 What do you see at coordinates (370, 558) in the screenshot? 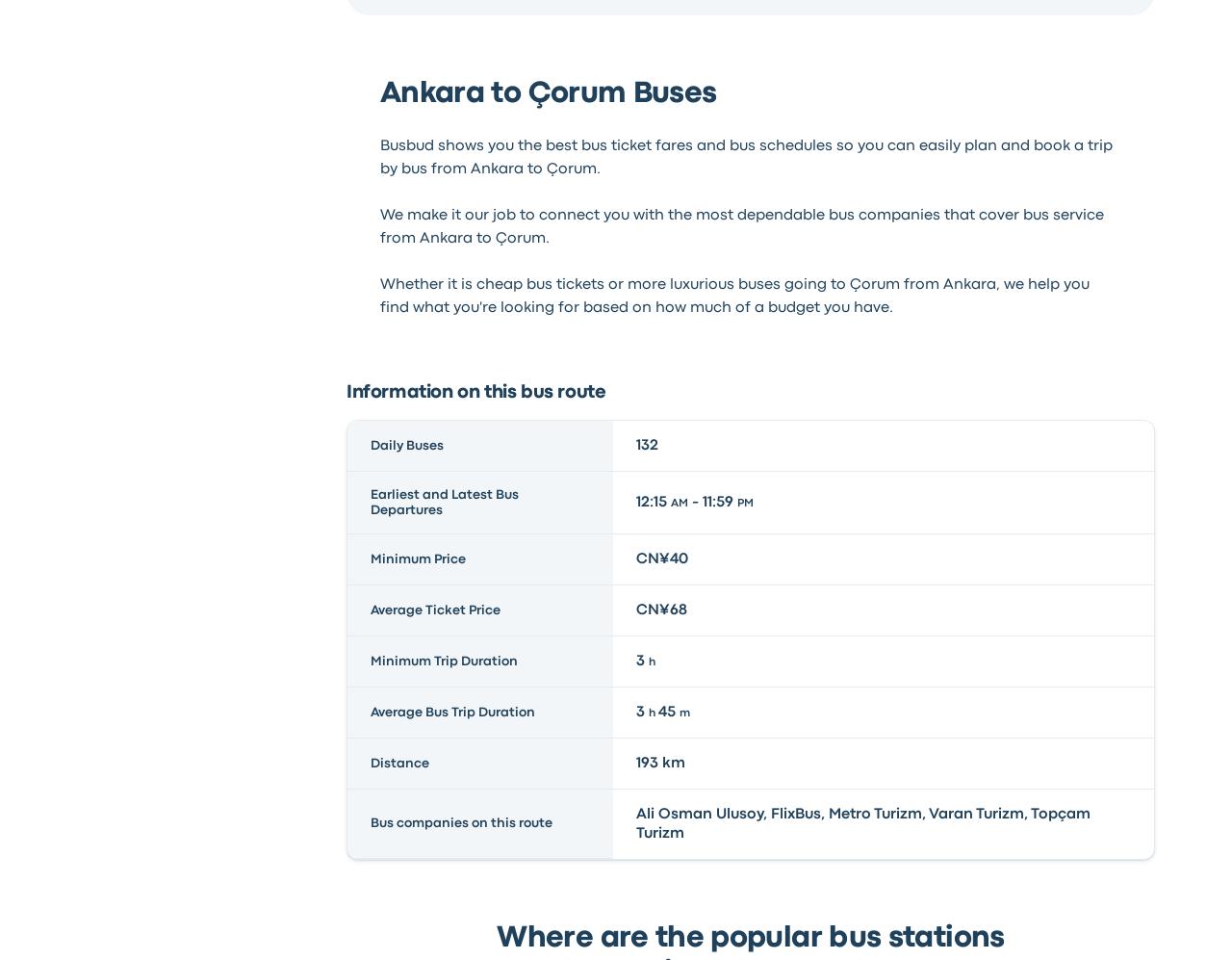
I see `'Minimum Price'` at bounding box center [370, 558].